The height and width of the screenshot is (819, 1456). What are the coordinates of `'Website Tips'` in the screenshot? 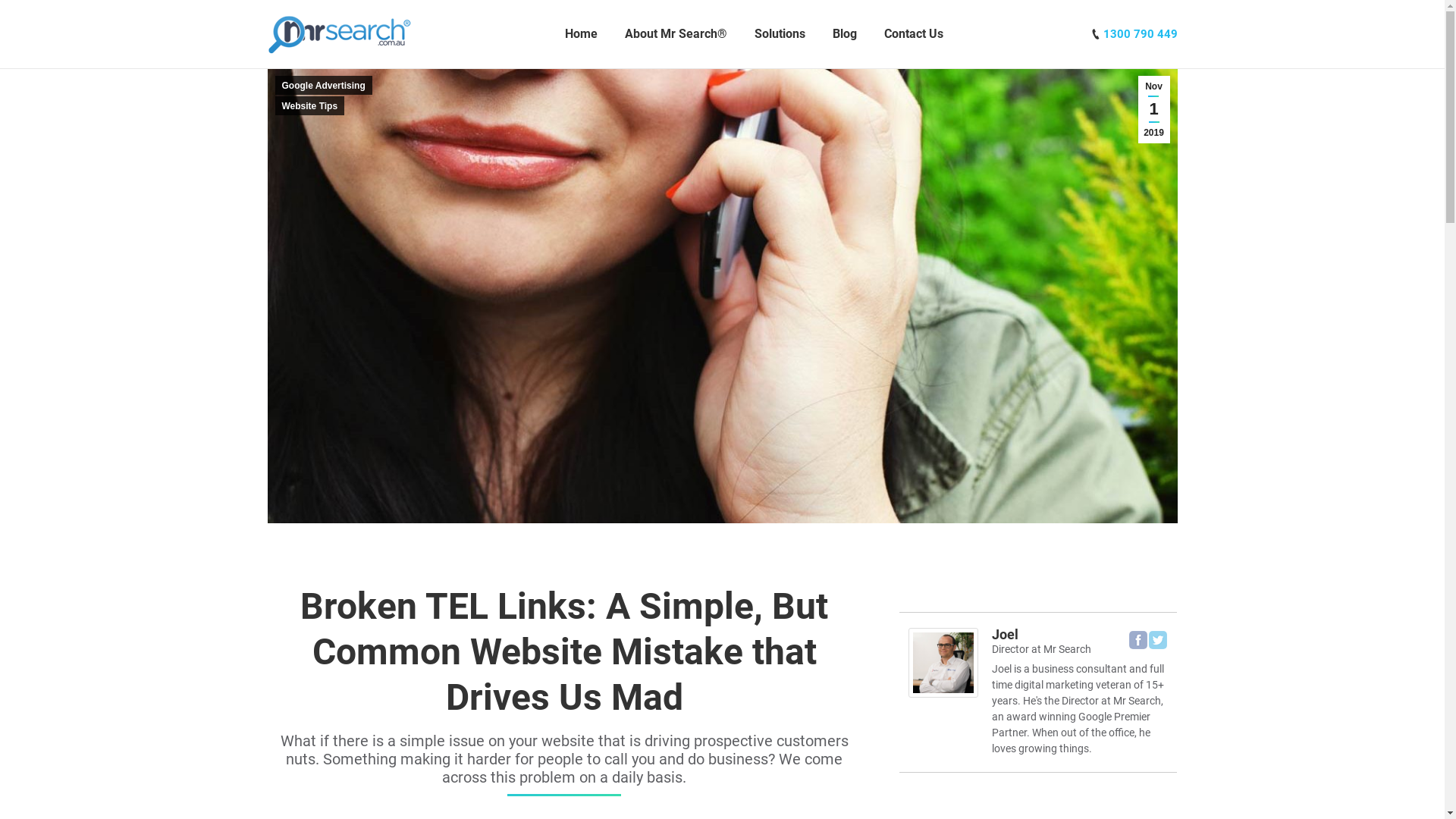 It's located at (309, 105).